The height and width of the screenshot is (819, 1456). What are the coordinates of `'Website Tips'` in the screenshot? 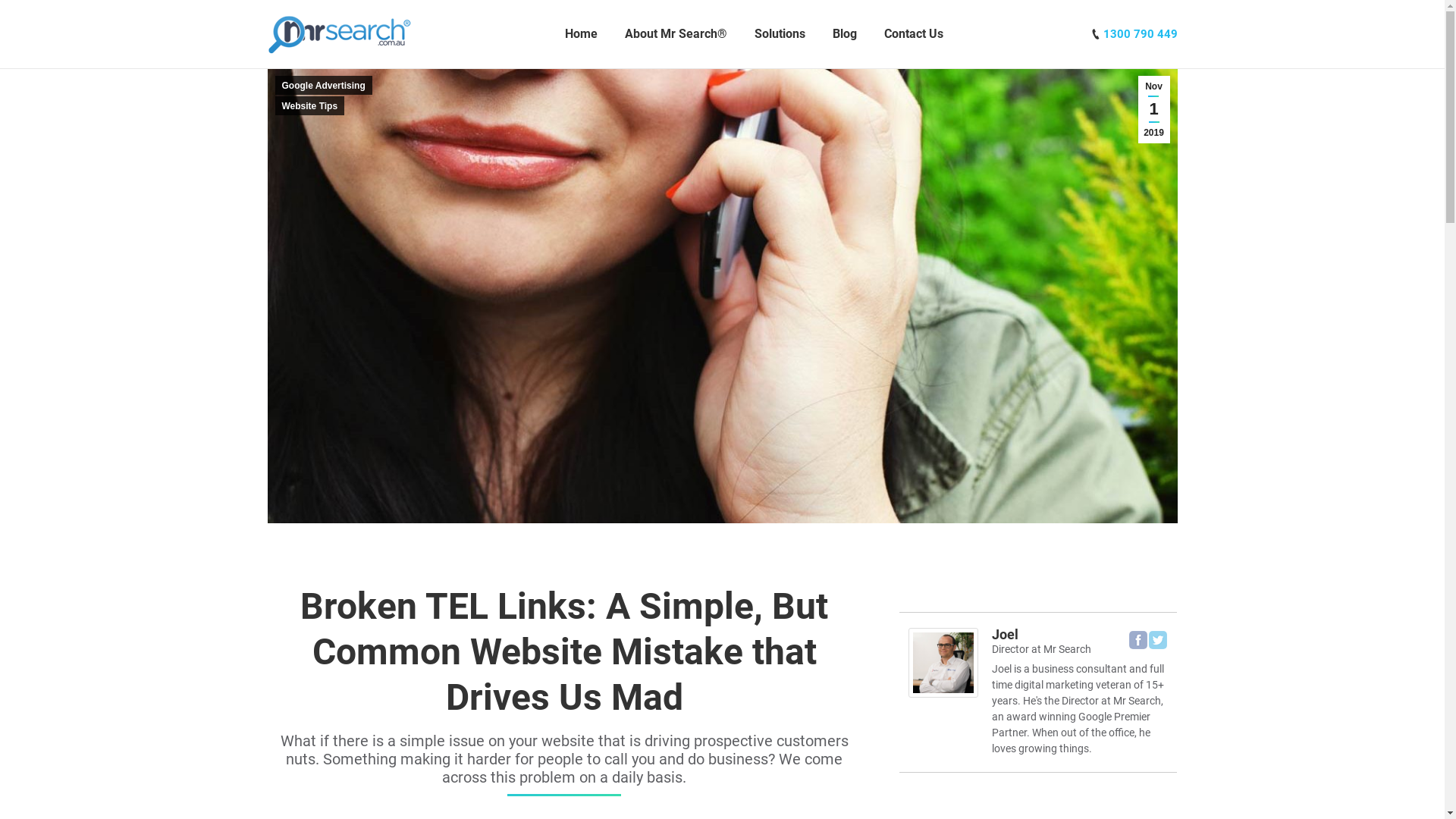 It's located at (309, 105).